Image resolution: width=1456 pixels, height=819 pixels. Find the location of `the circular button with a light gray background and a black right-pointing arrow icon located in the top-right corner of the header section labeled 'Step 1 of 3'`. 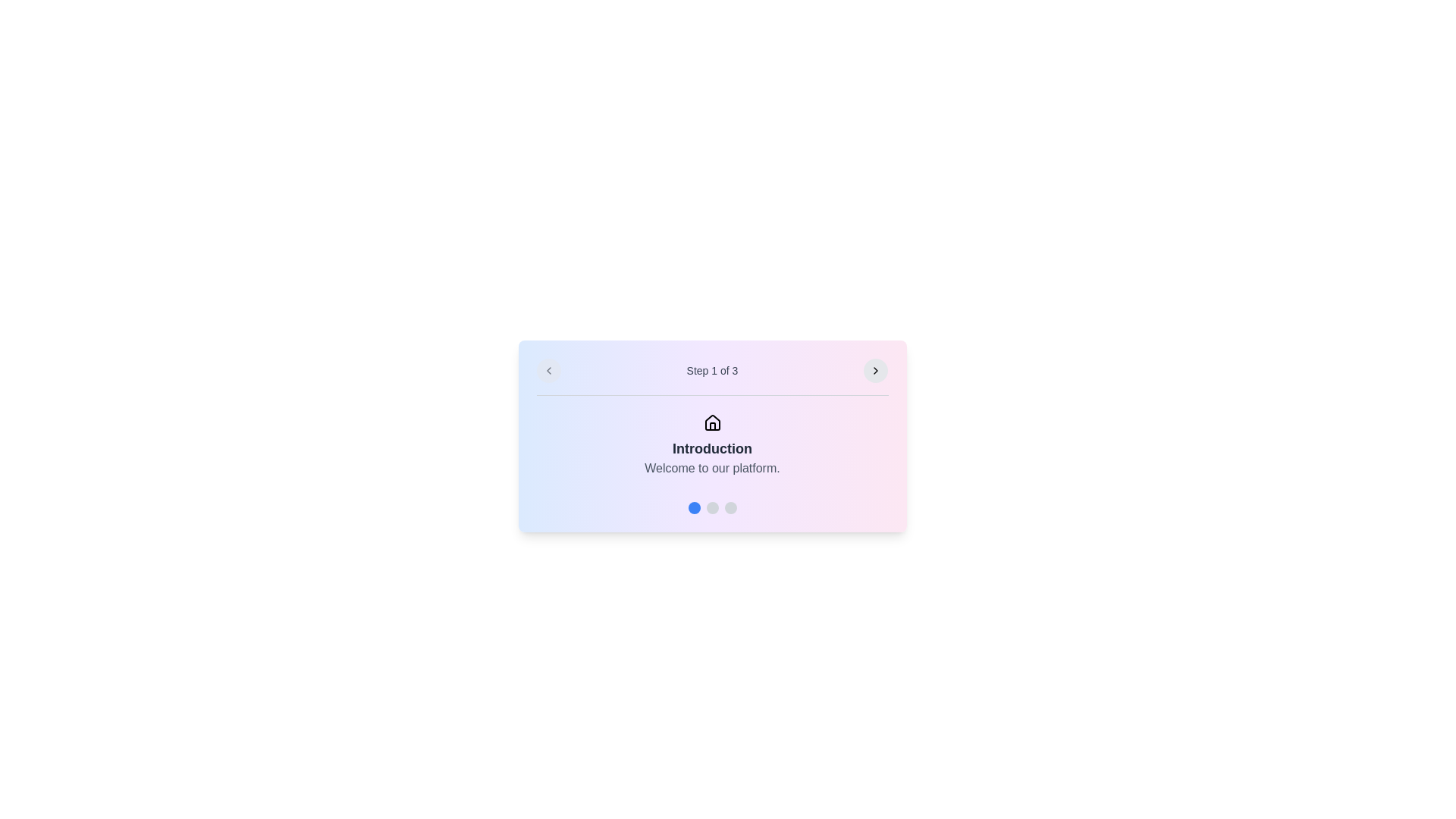

the circular button with a light gray background and a black right-pointing arrow icon located in the top-right corner of the header section labeled 'Step 1 of 3' is located at coordinates (876, 371).